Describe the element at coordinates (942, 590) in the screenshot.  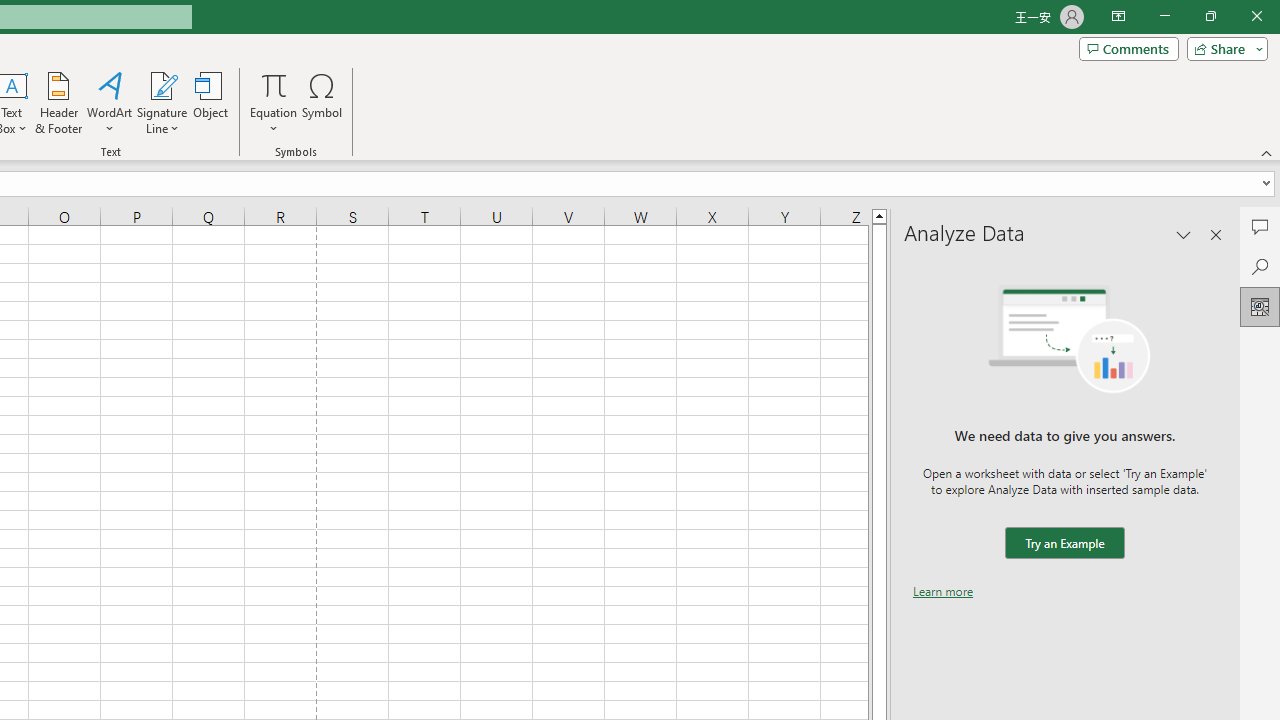
I see `'Learn more'` at that location.